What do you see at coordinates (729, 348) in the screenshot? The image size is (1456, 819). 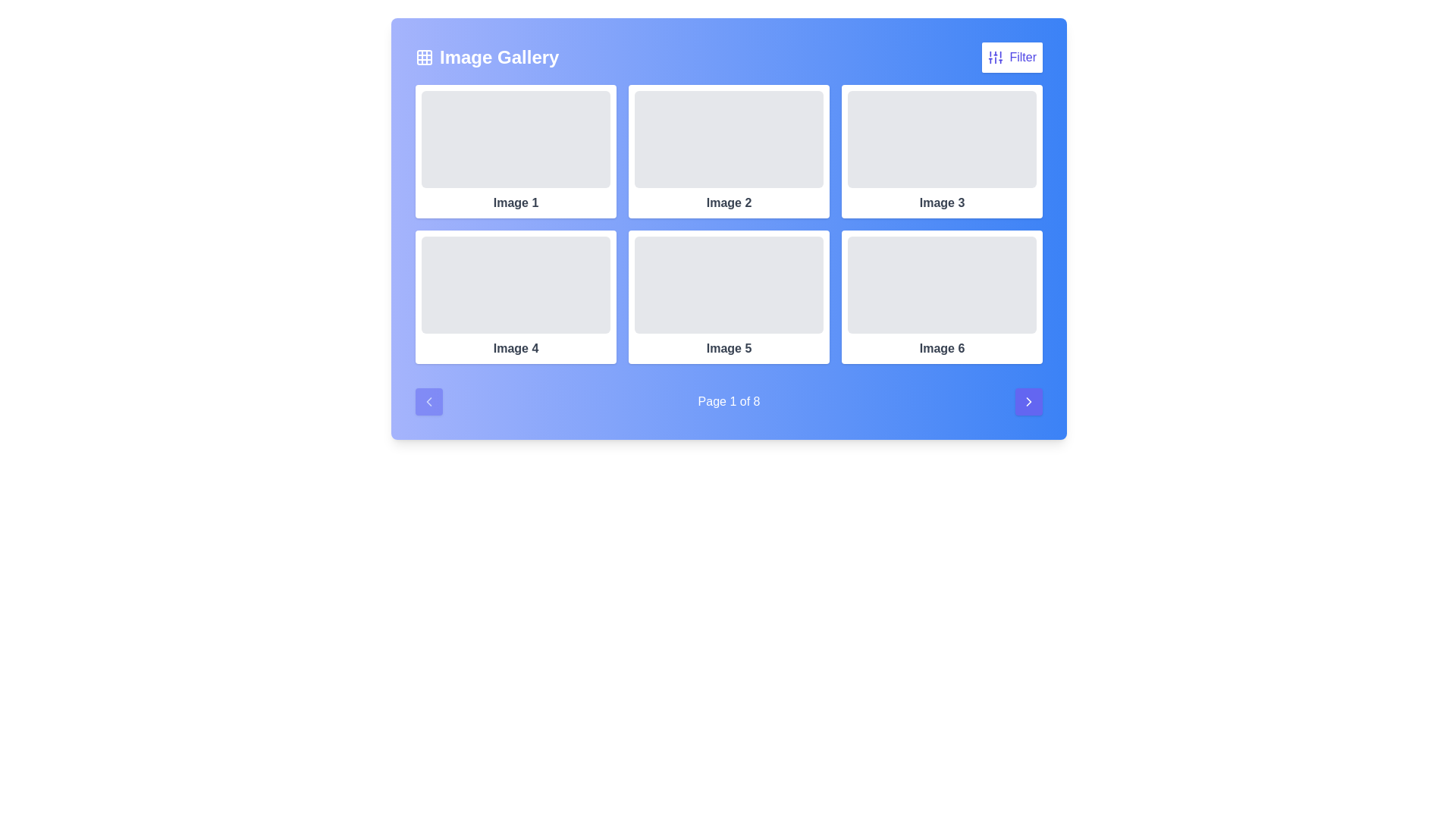 I see `the text label reading 'Image 5', which is displayed in bold and dark gray font, located in the second row and second column of the grid, beneath a gray rectangular placeholder` at bounding box center [729, 348].